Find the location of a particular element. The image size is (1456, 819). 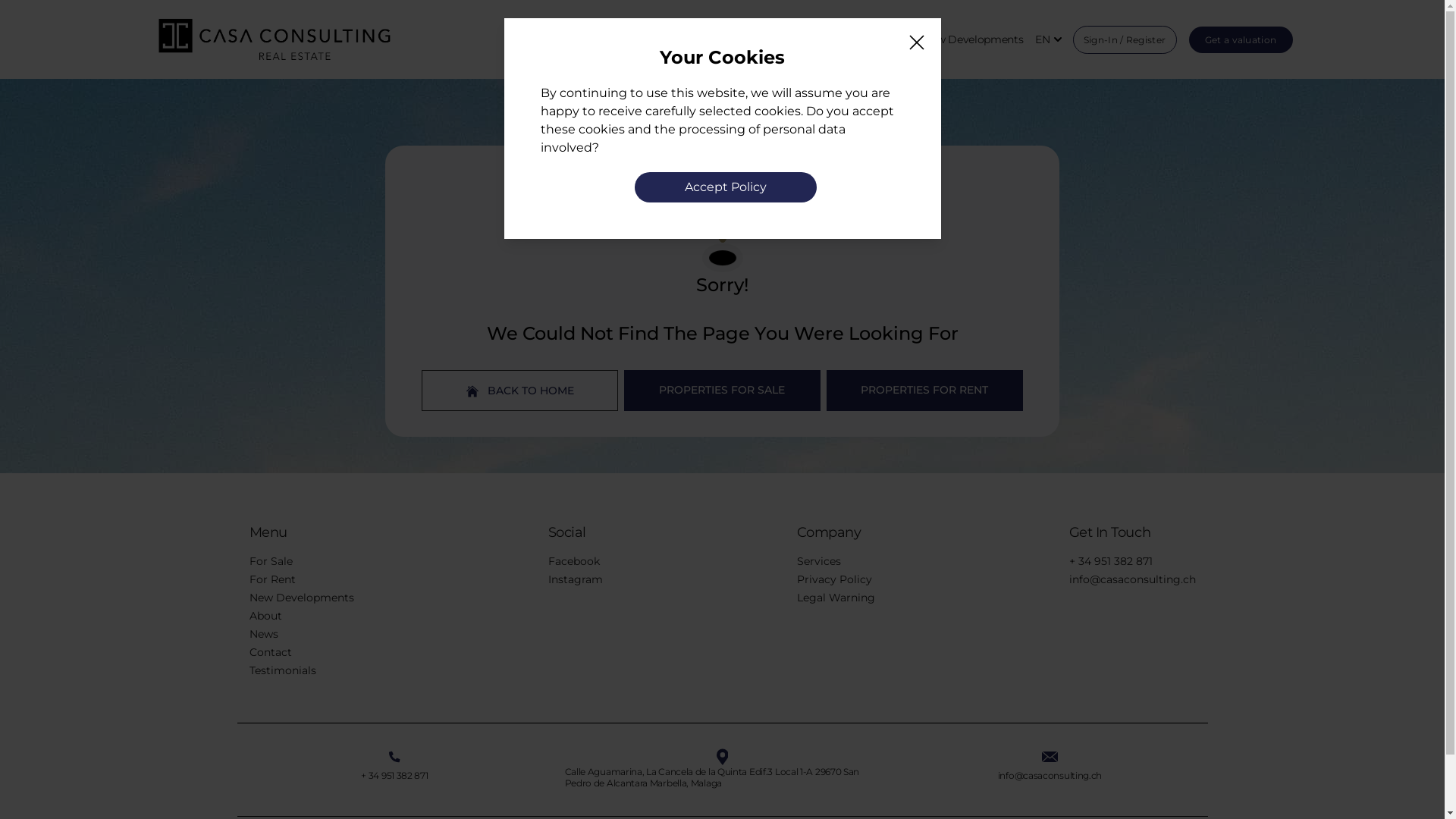

'Testimonials' is located at coordinates (282, 669).